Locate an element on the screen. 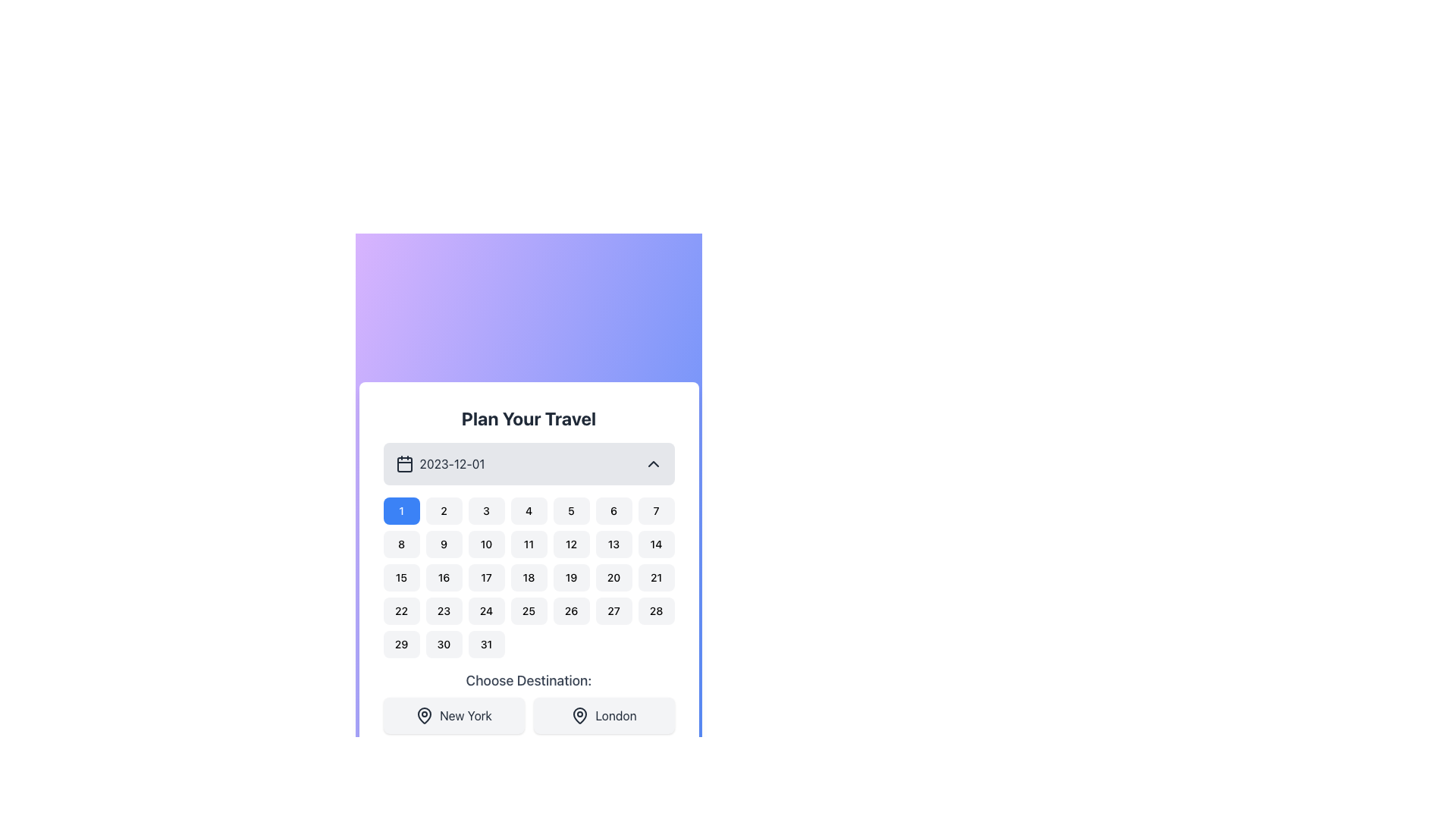  the descriptive header text at the top of the travel planning interface card is located at coordinates (529, 418).